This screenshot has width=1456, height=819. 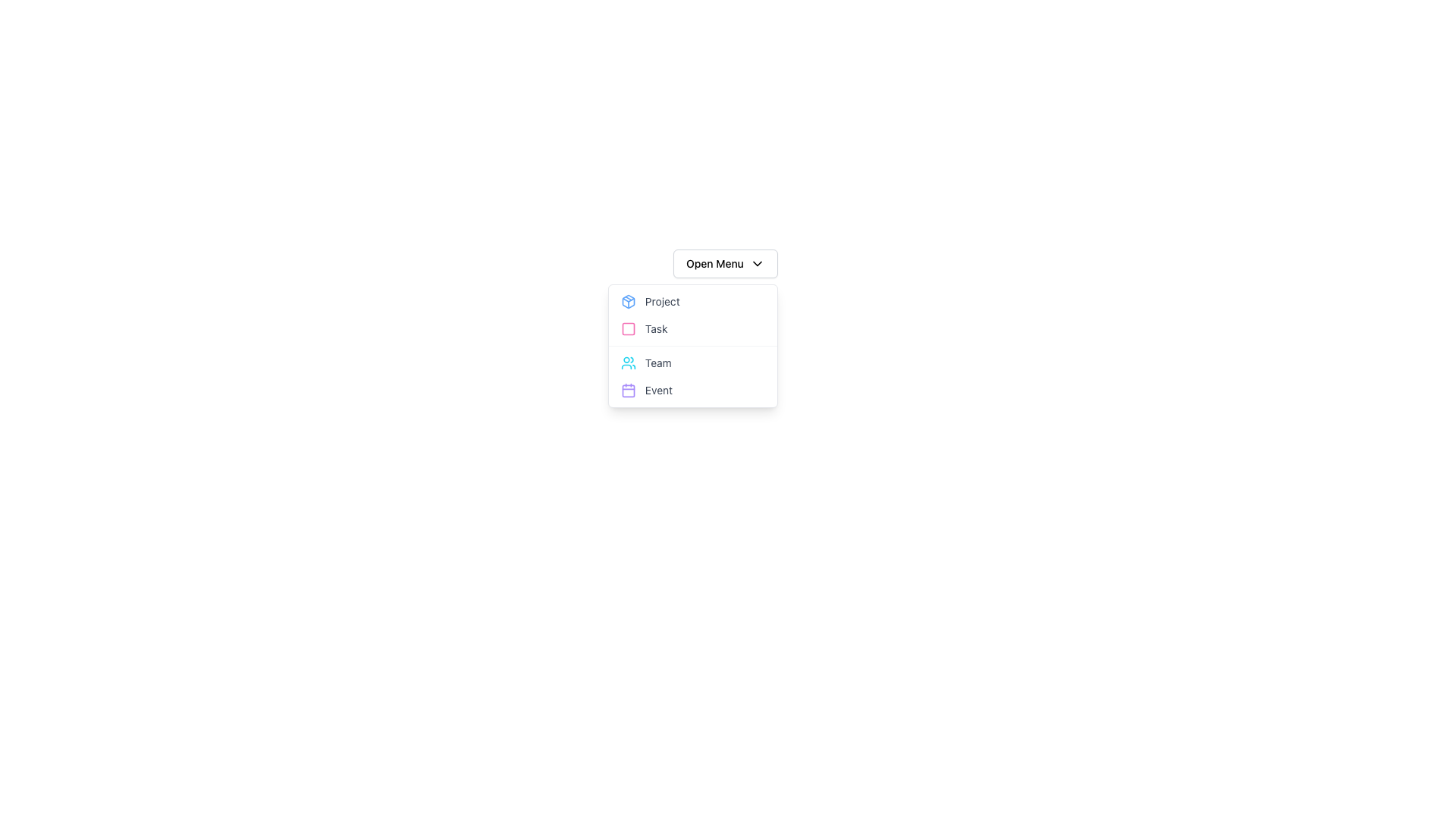 I want to click on the fourth button in the dropdown menu that navigates to the 'Event' section of the application, so click(x=692, y=390).